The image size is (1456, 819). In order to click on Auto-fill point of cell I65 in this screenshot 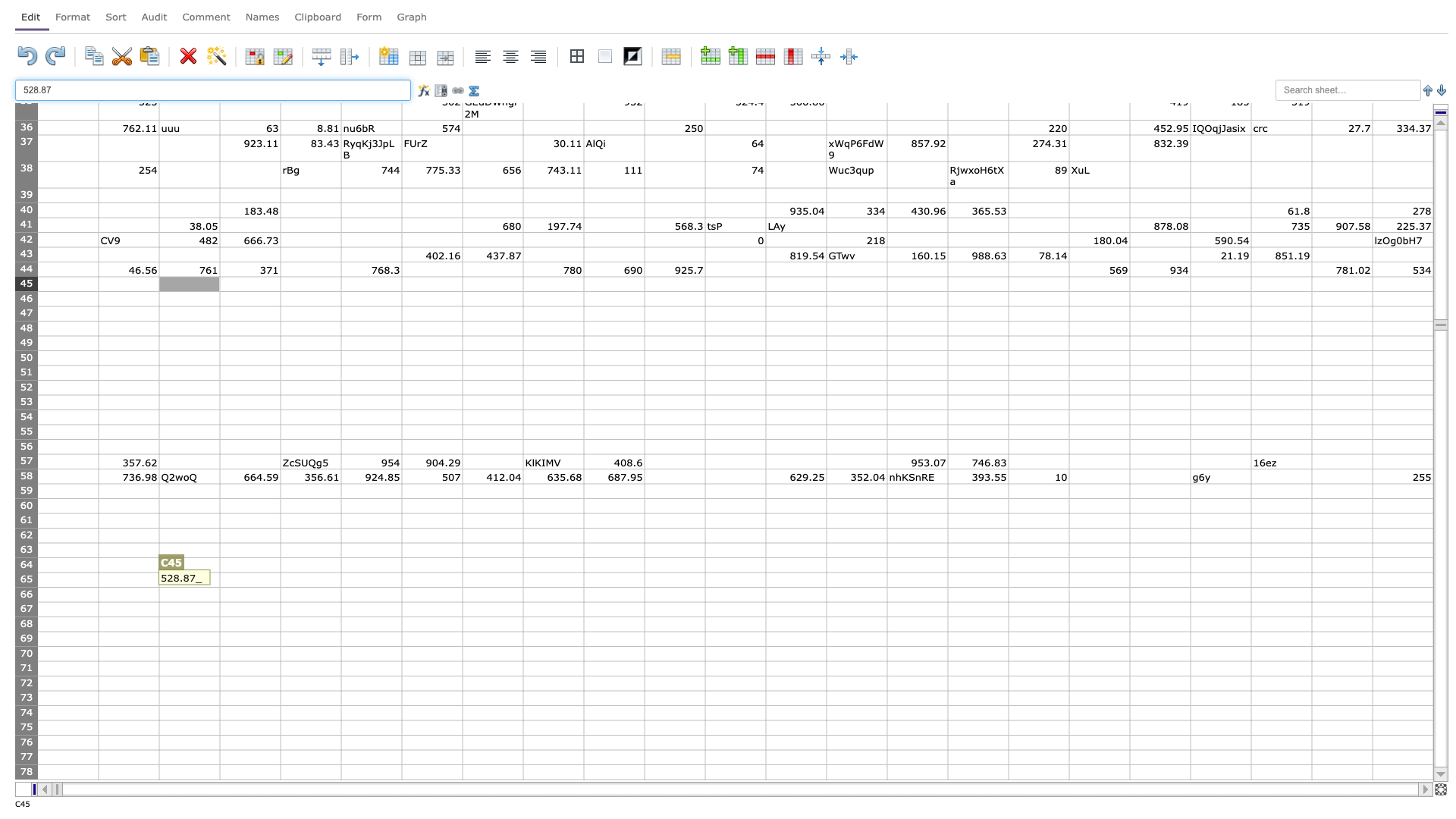, I will do `click(582, 586)`.